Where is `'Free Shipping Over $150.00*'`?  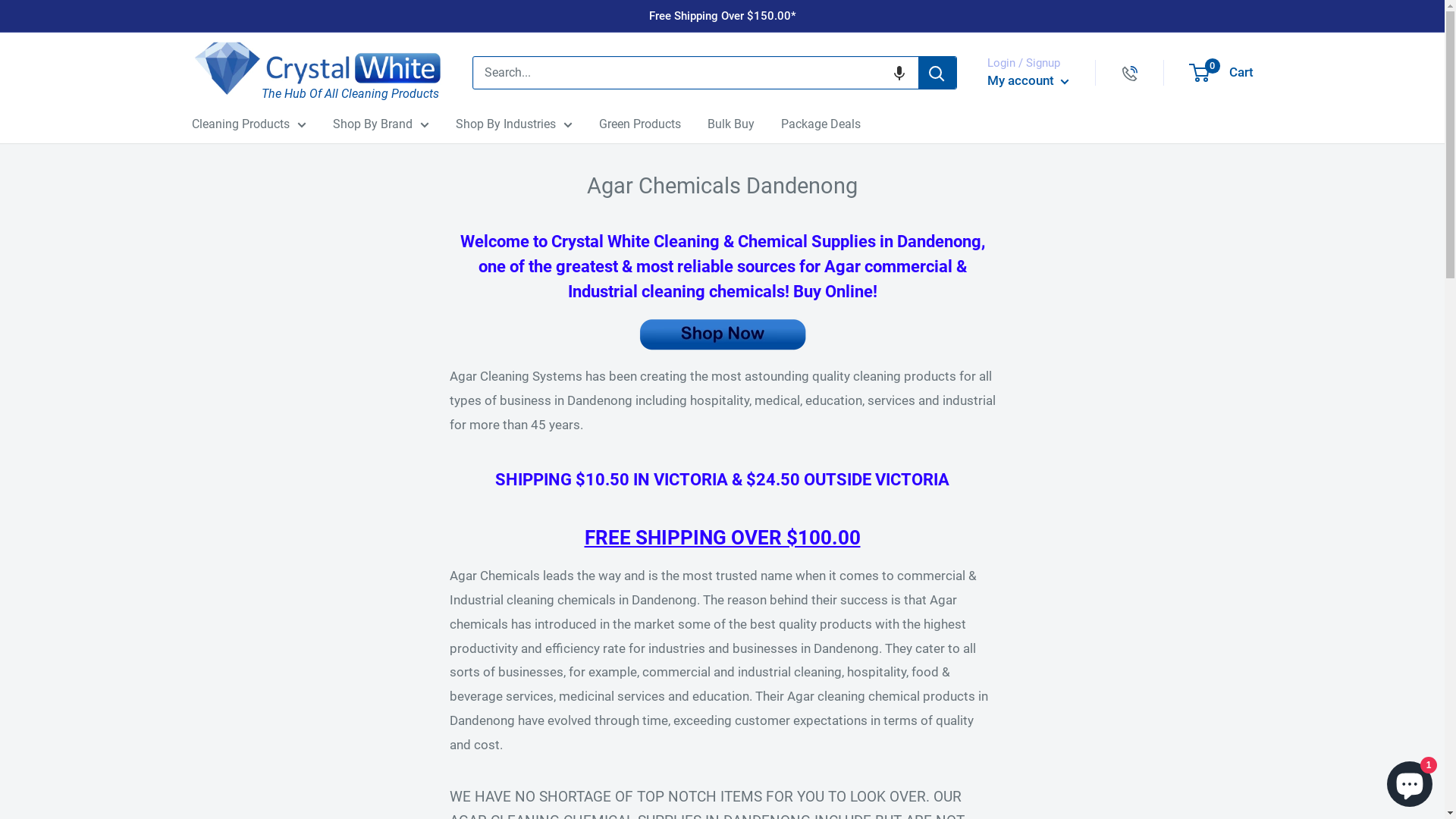 'Free Shipping Over $150.00*' is located at coordinates (648, 15).